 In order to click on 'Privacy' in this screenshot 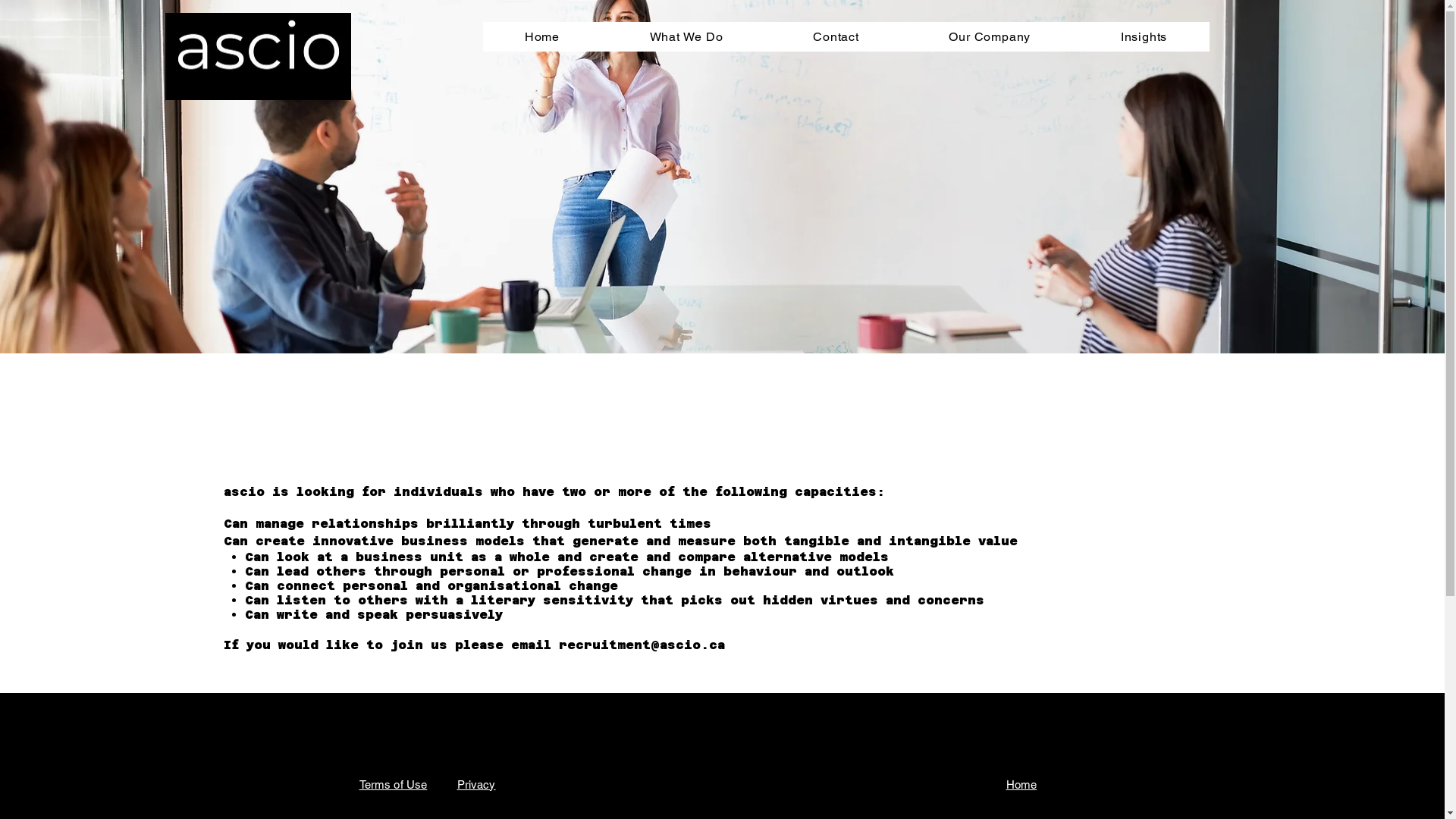, I will do `click(475, 784)`.